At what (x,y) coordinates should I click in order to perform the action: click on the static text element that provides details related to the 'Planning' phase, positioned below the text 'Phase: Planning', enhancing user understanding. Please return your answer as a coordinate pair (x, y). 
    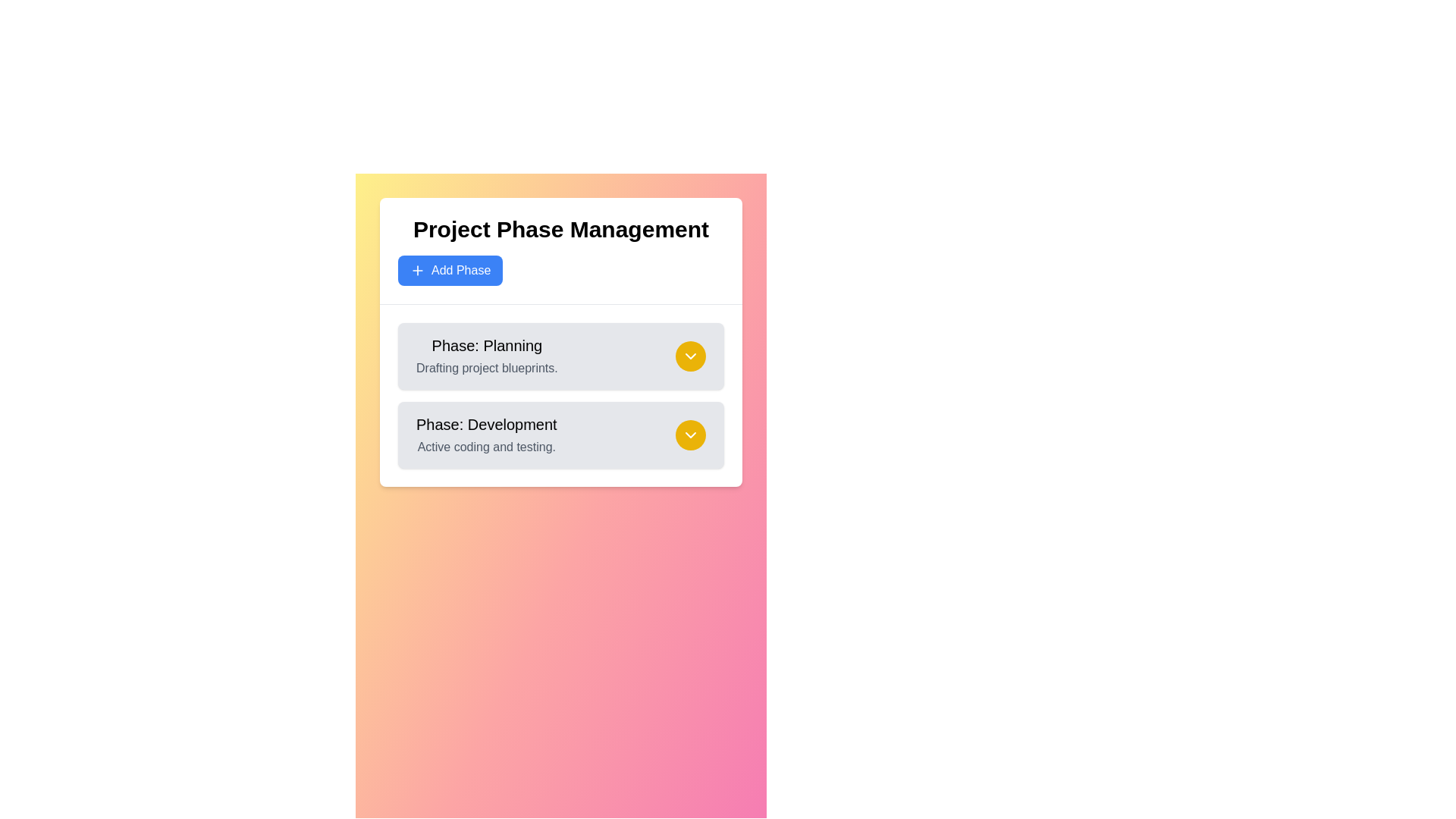
    Looking at the image, I should click on (487, 369).